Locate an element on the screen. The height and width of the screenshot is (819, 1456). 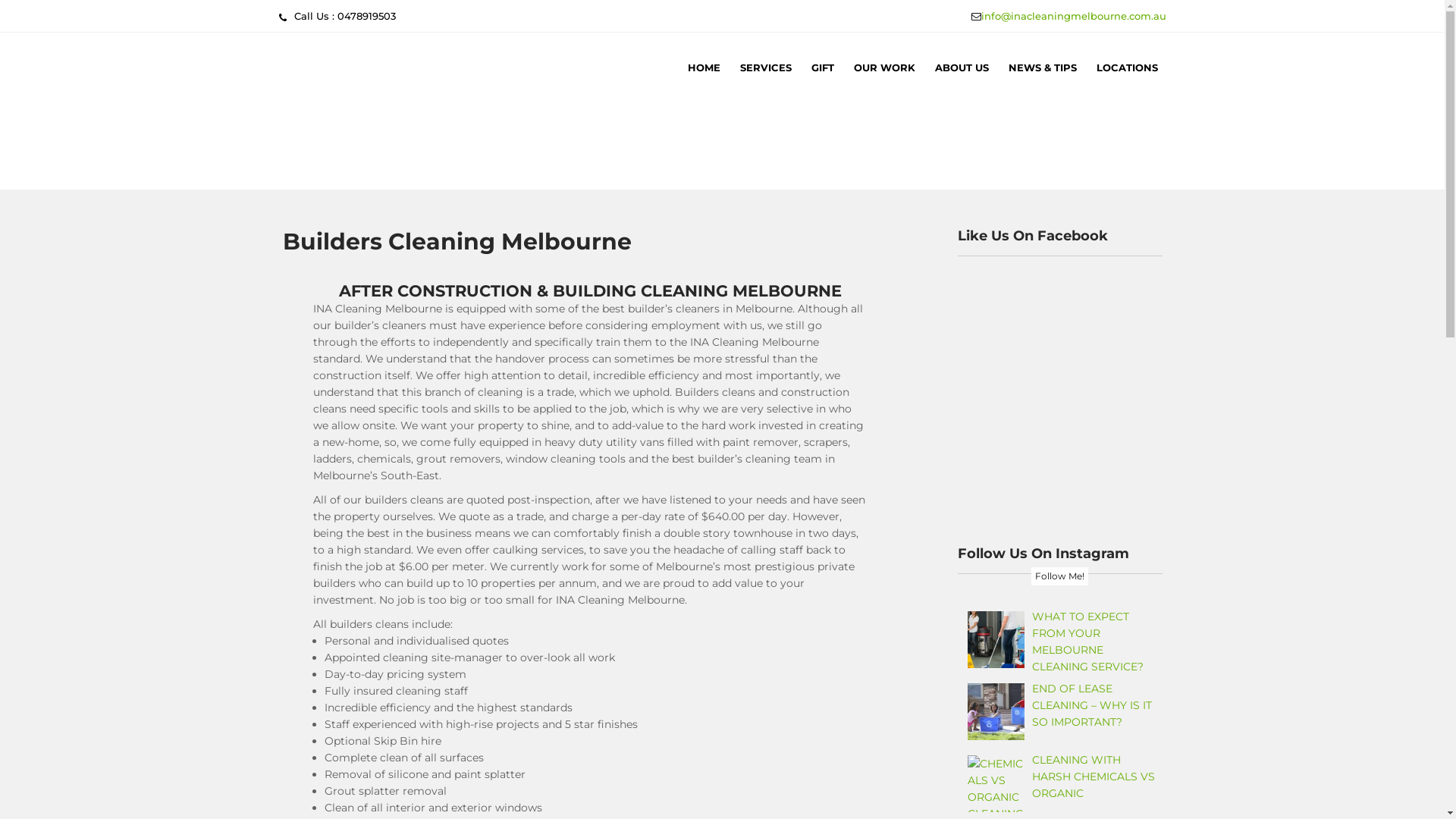
'OUR WORK' is located at coordinates (883, 66).